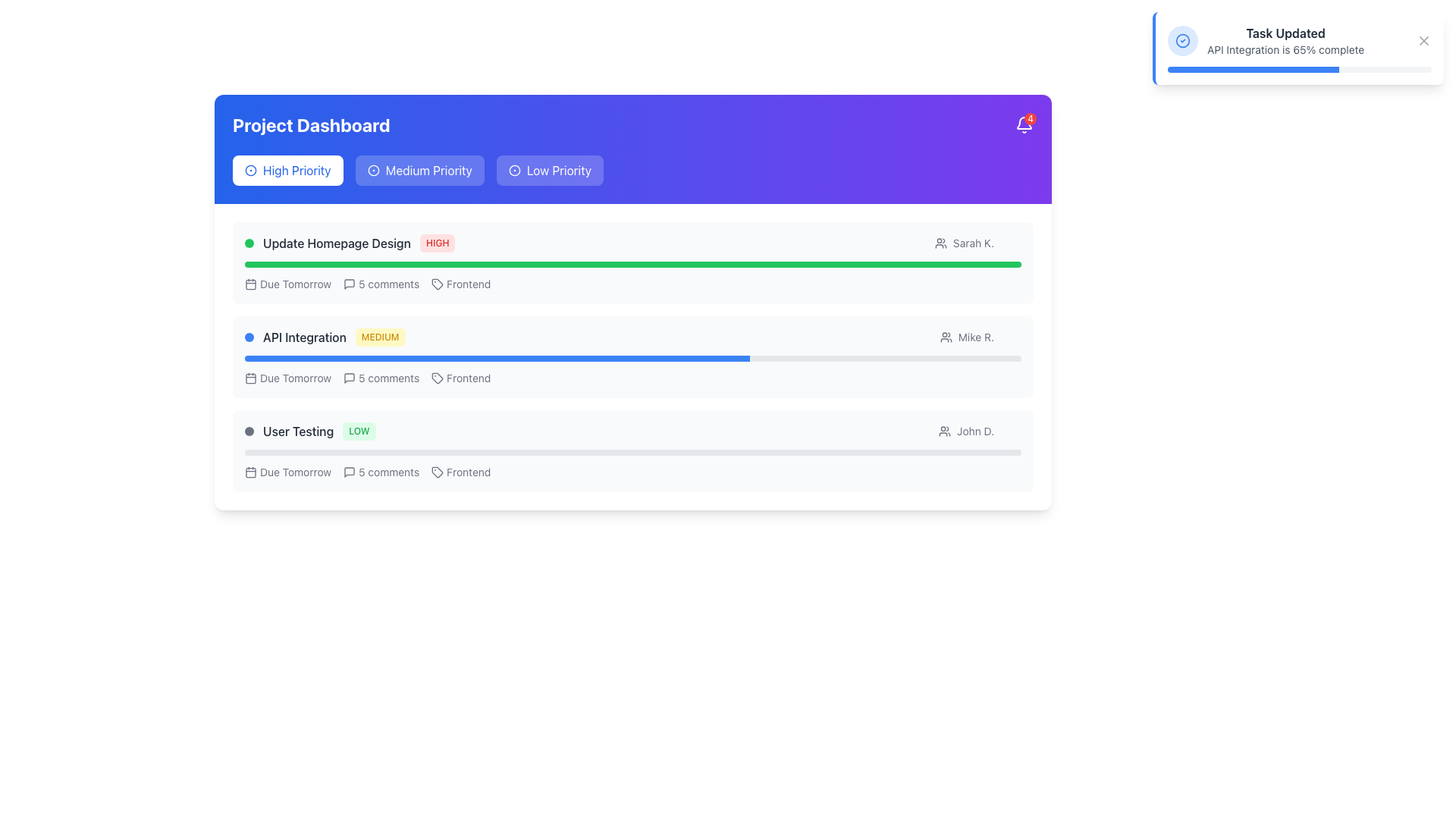 The height and width of the screenshot is (819, 1456). Describe the element at coordinates (251, 170) in the screenshot. I see `the circular icon indicating selection, which is part of the 'High Priority' button in the 'Priority' section` at that location.